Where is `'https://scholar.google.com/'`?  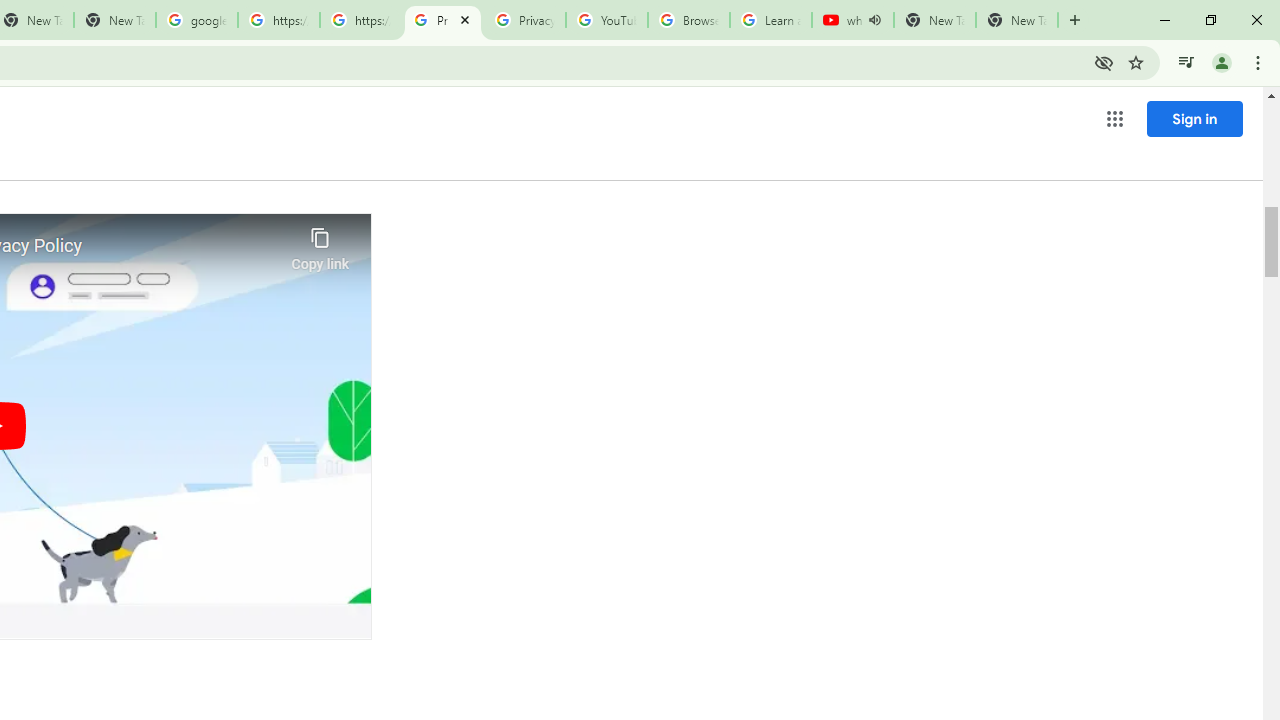 'https://scholar.google.com/' is located at coordinates (278, 20).